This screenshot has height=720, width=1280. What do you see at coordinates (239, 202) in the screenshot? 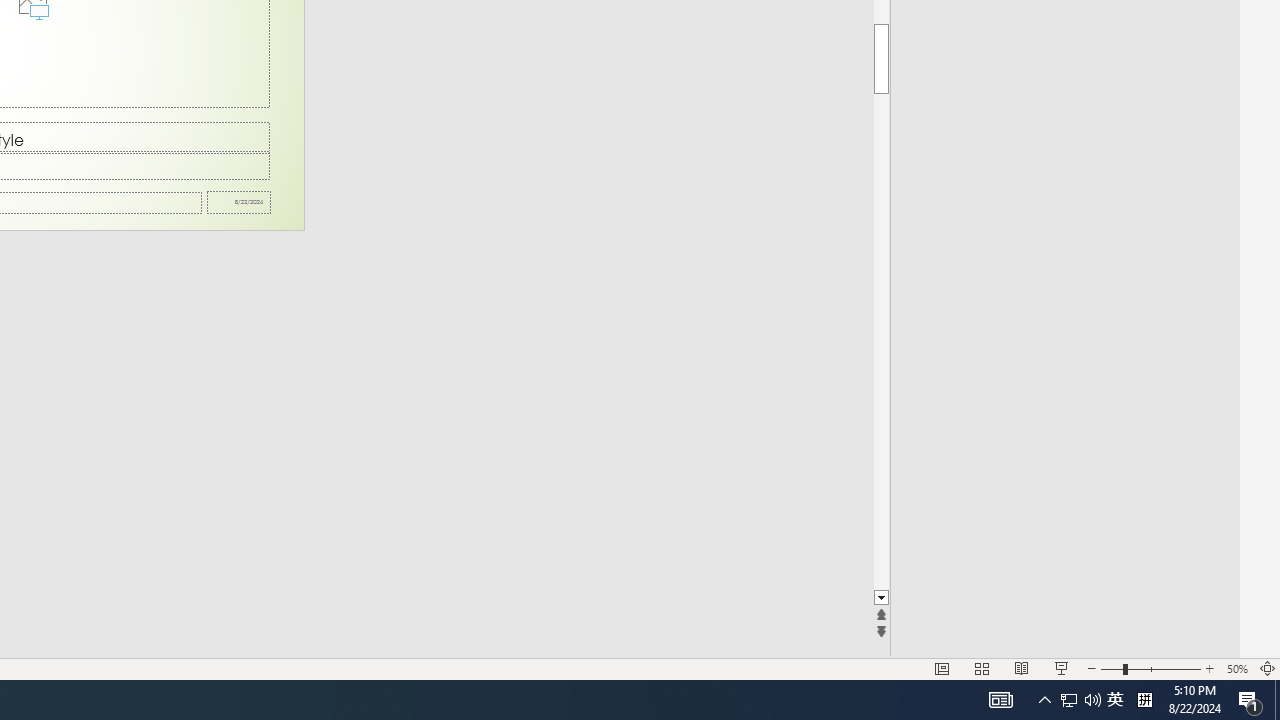
I see `'Date'` at bounding box center [239, 202].